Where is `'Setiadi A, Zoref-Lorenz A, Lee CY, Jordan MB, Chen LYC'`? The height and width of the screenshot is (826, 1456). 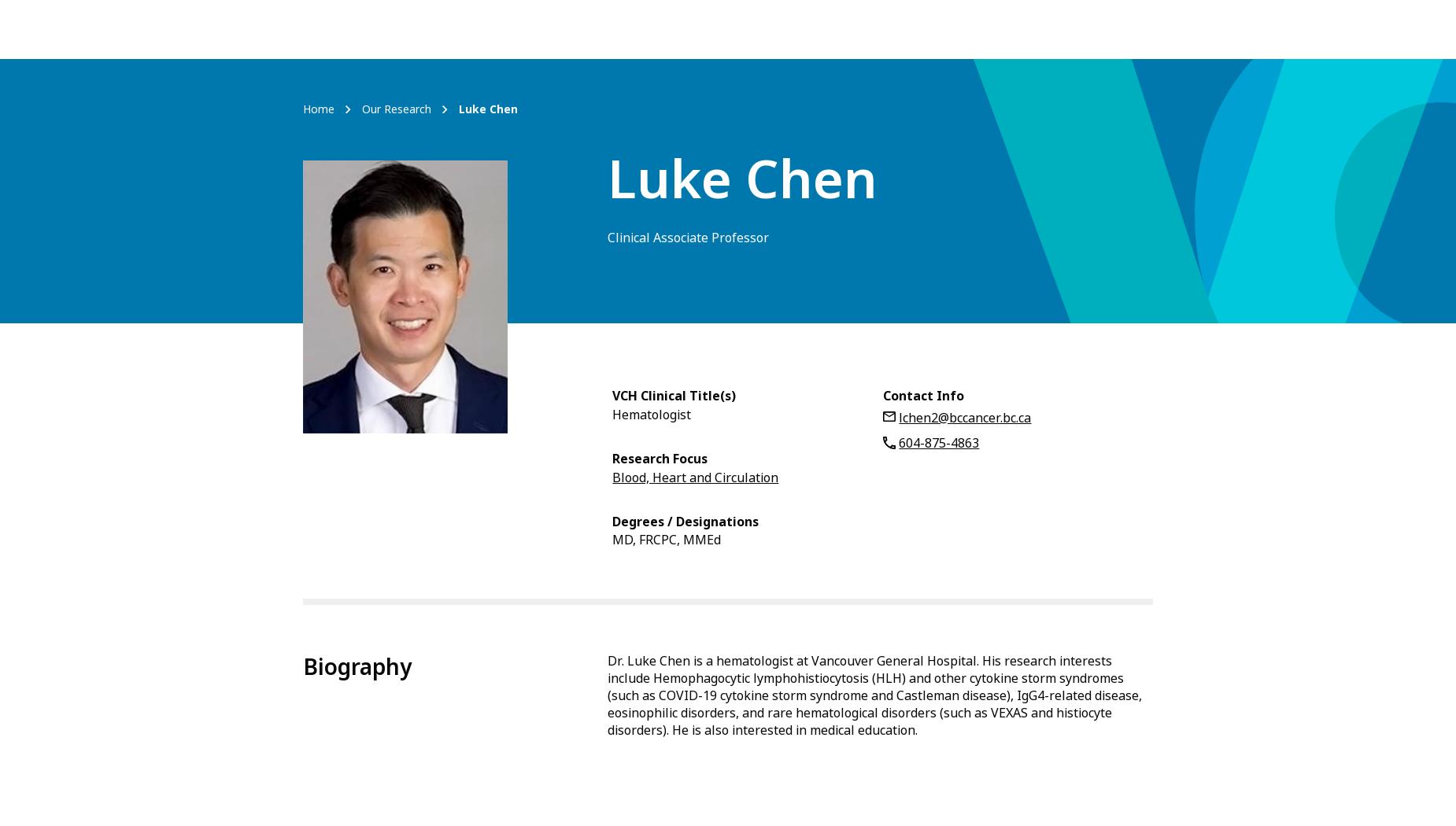
'Setiadi A, Zoref-Lorenz A, Lee CY, Jordan MB, Chen LYC' is located at coordinates (748, 292).